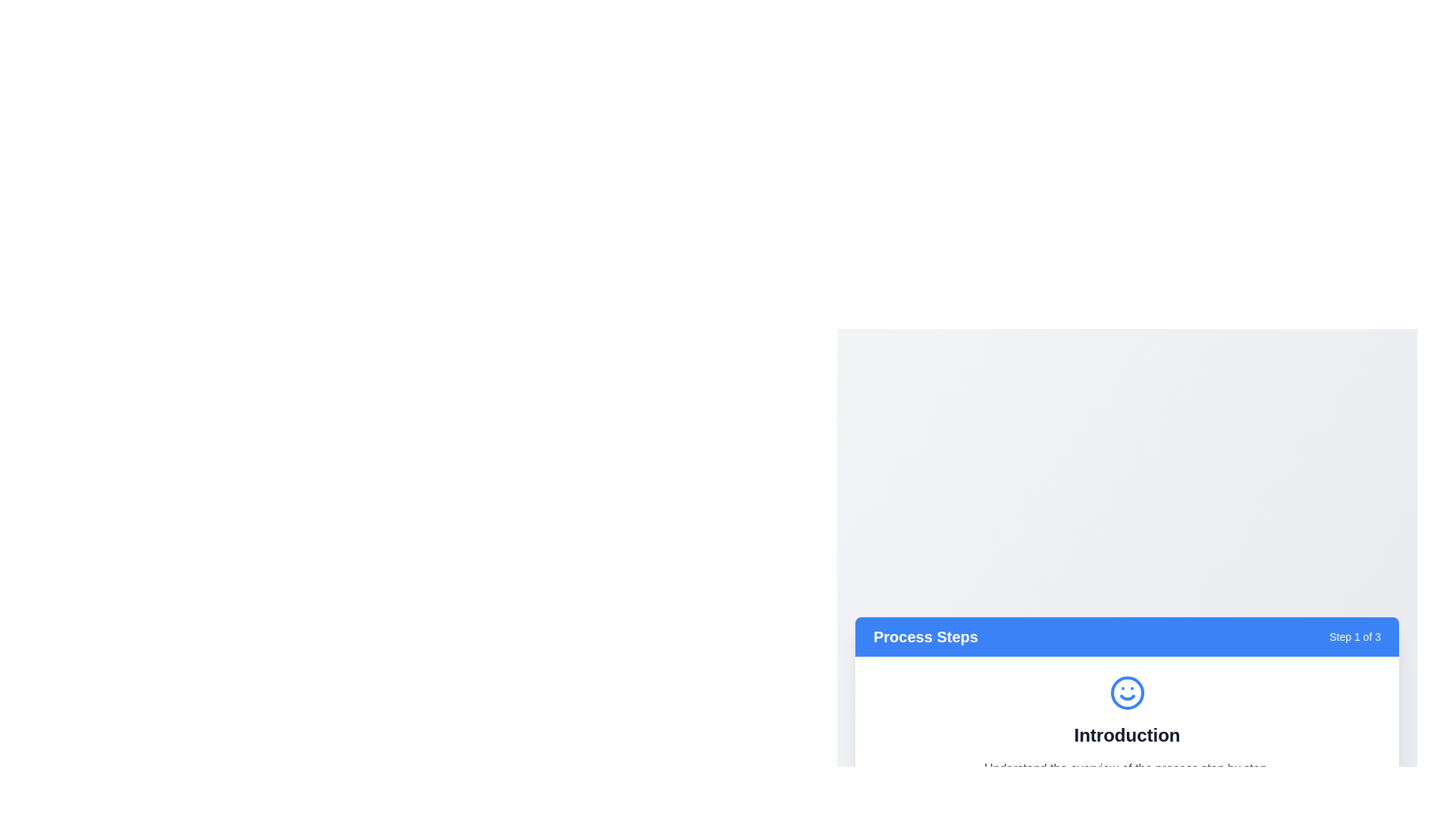 The width and height of the screenshot is (1456, 819). What do you see at coordinates (1355, 636) in the screenshot?
I see `the static text label displaying 'Step 1 of 3', which is located in the header section with a blue background` at bounding box center [1355, 636].